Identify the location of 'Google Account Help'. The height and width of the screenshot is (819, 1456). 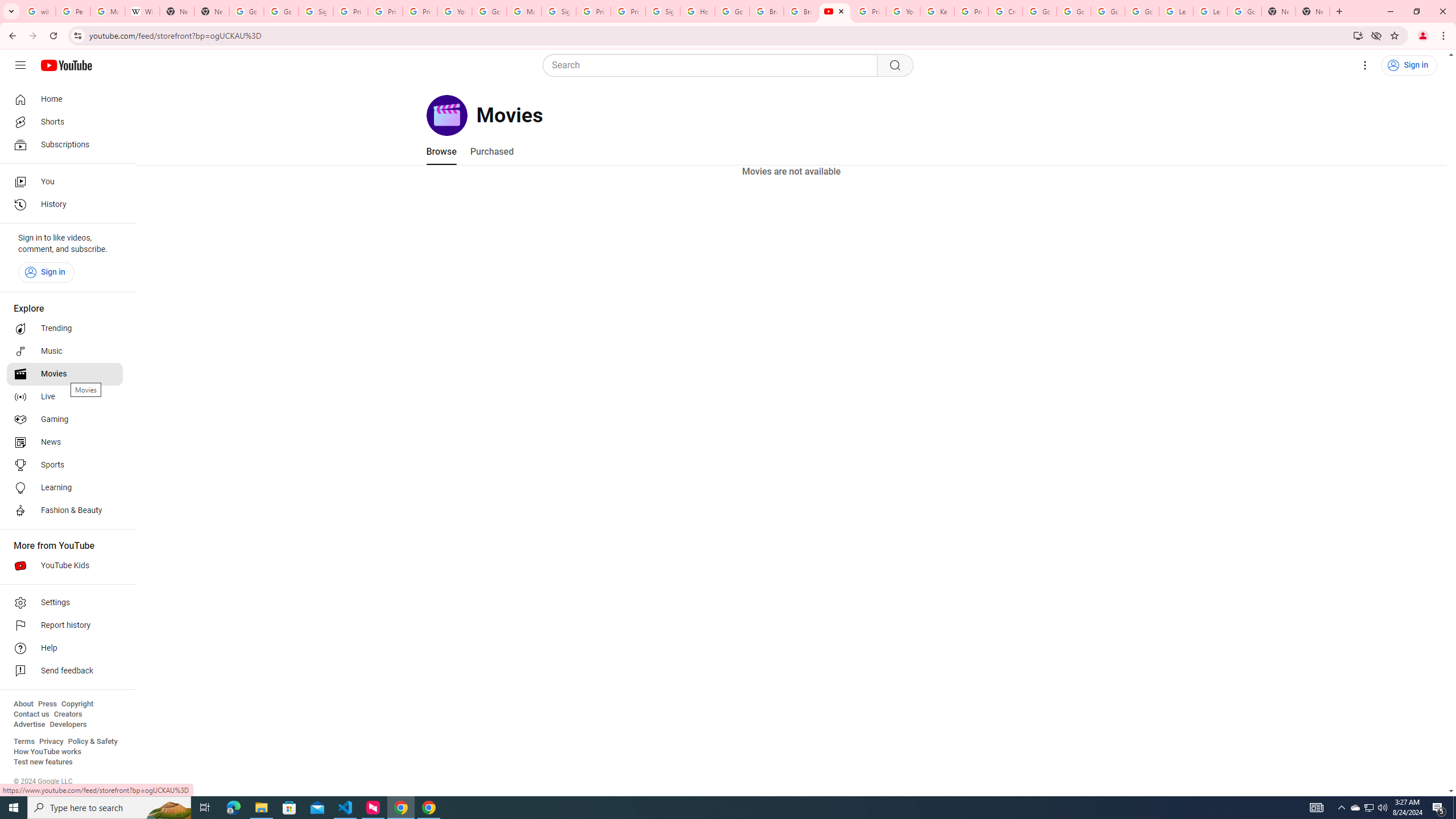
(1073, 11).